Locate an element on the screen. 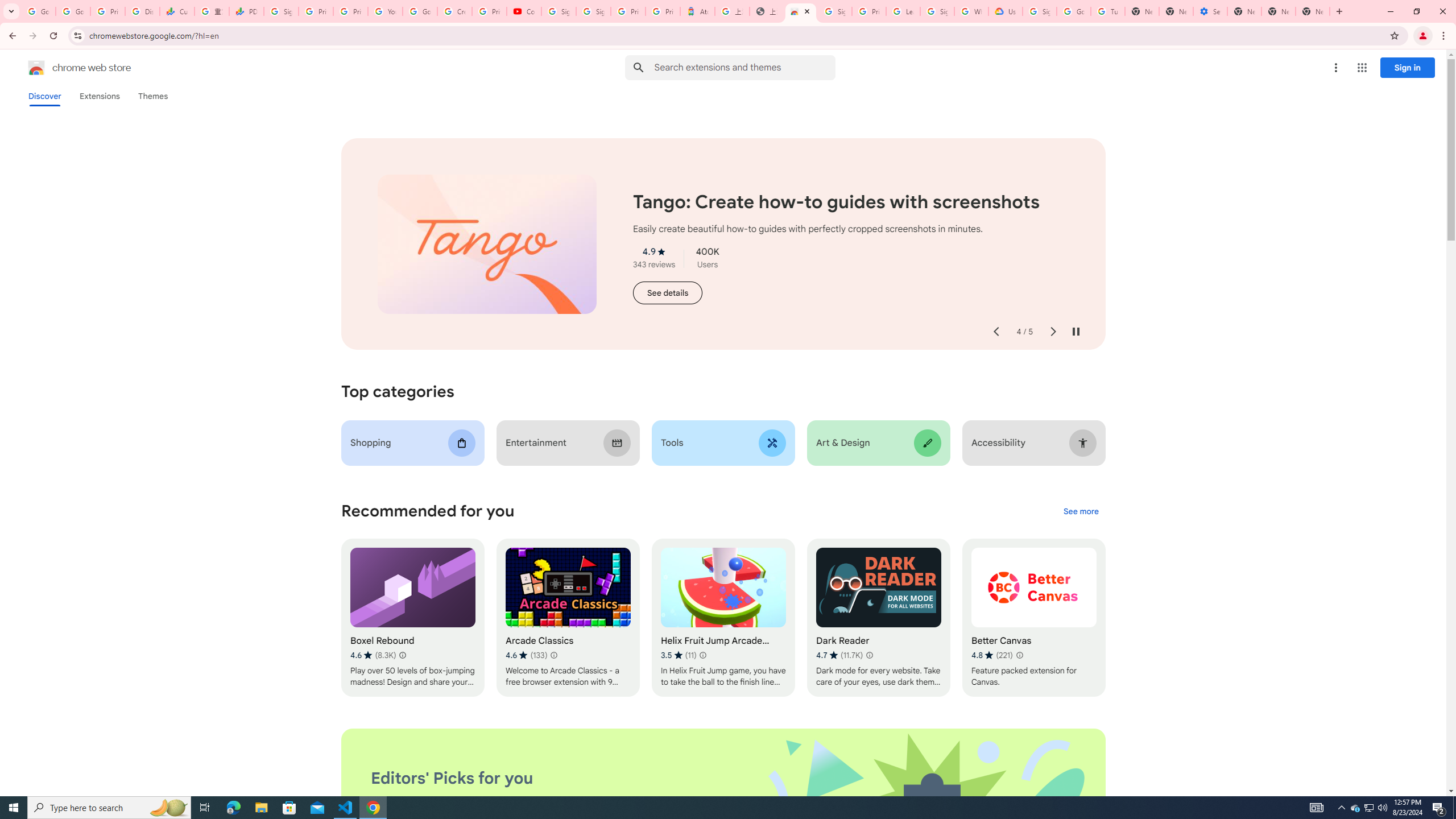 The width and height of the screenshot is (1456, 819). 'Search input' is located at coordinates (744, 67).